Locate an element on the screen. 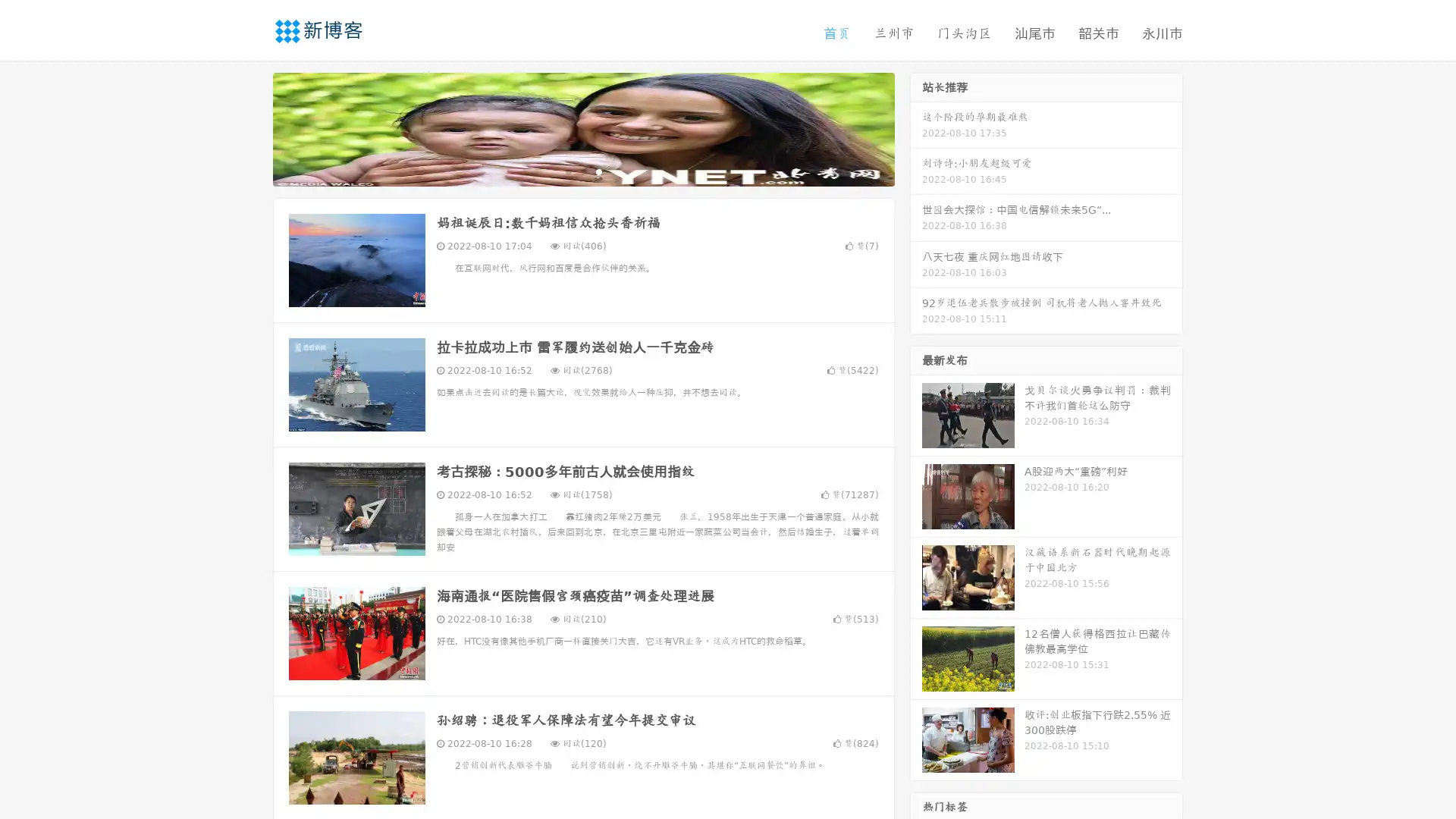 The width and height of the screenshot is (1456, 819). Next slide is located at coordinates (916, 127).